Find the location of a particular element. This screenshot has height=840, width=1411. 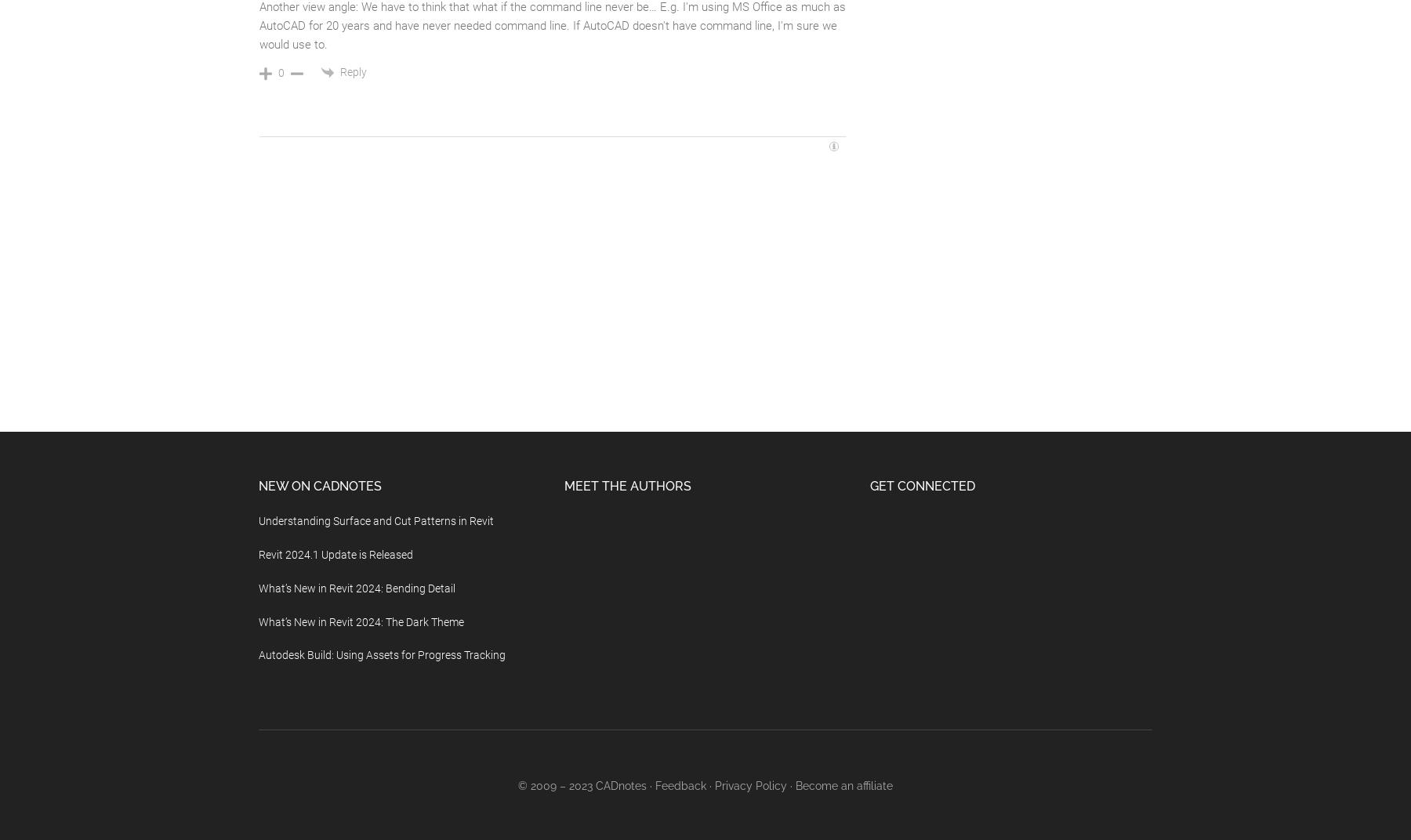

'What’s New in Revit 2024: The Dark Theme' is located at coordinates (257, 621).